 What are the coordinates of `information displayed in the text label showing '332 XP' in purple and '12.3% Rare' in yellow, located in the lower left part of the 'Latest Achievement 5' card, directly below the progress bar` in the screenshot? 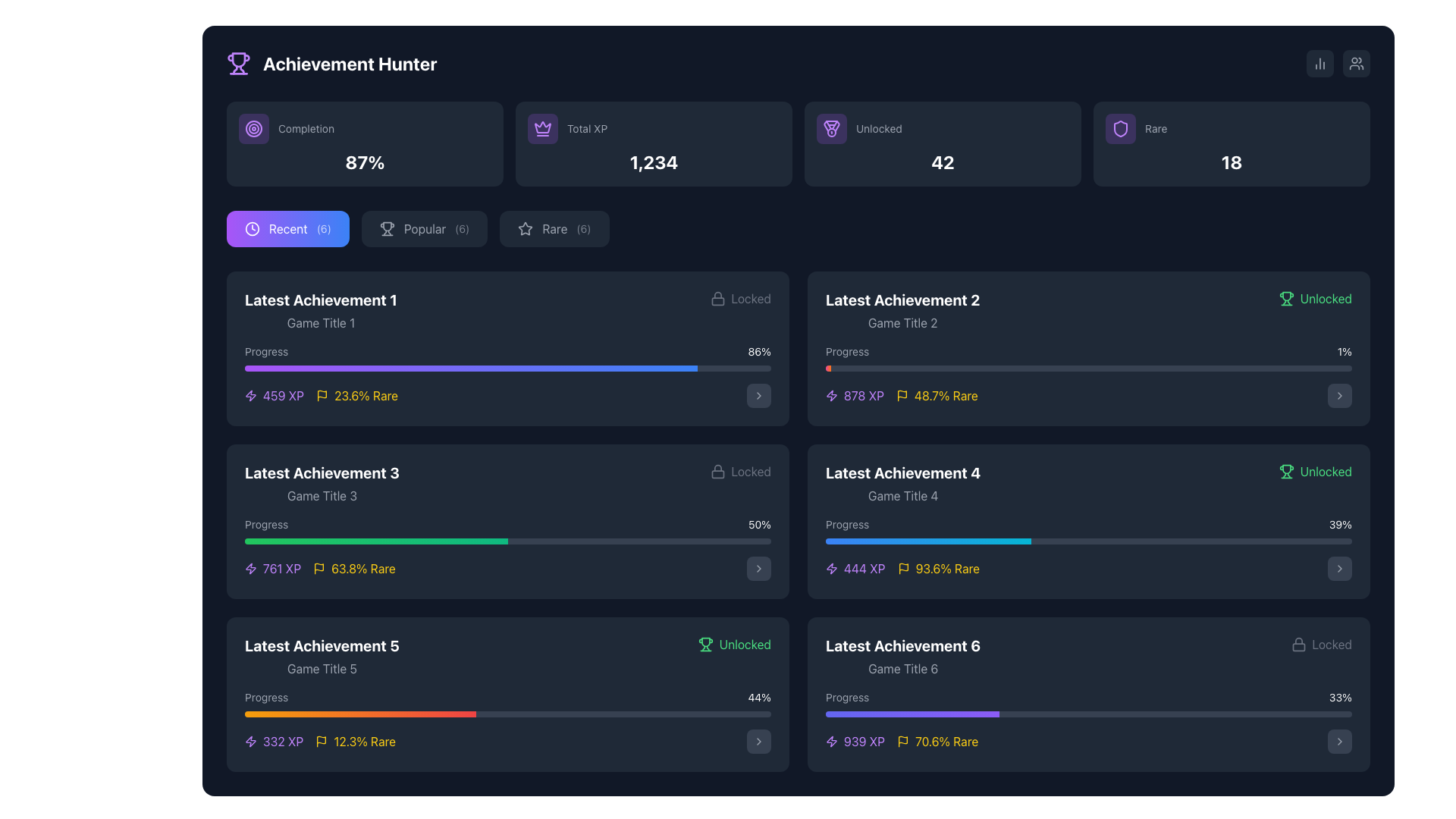 It's located at (319, 741).